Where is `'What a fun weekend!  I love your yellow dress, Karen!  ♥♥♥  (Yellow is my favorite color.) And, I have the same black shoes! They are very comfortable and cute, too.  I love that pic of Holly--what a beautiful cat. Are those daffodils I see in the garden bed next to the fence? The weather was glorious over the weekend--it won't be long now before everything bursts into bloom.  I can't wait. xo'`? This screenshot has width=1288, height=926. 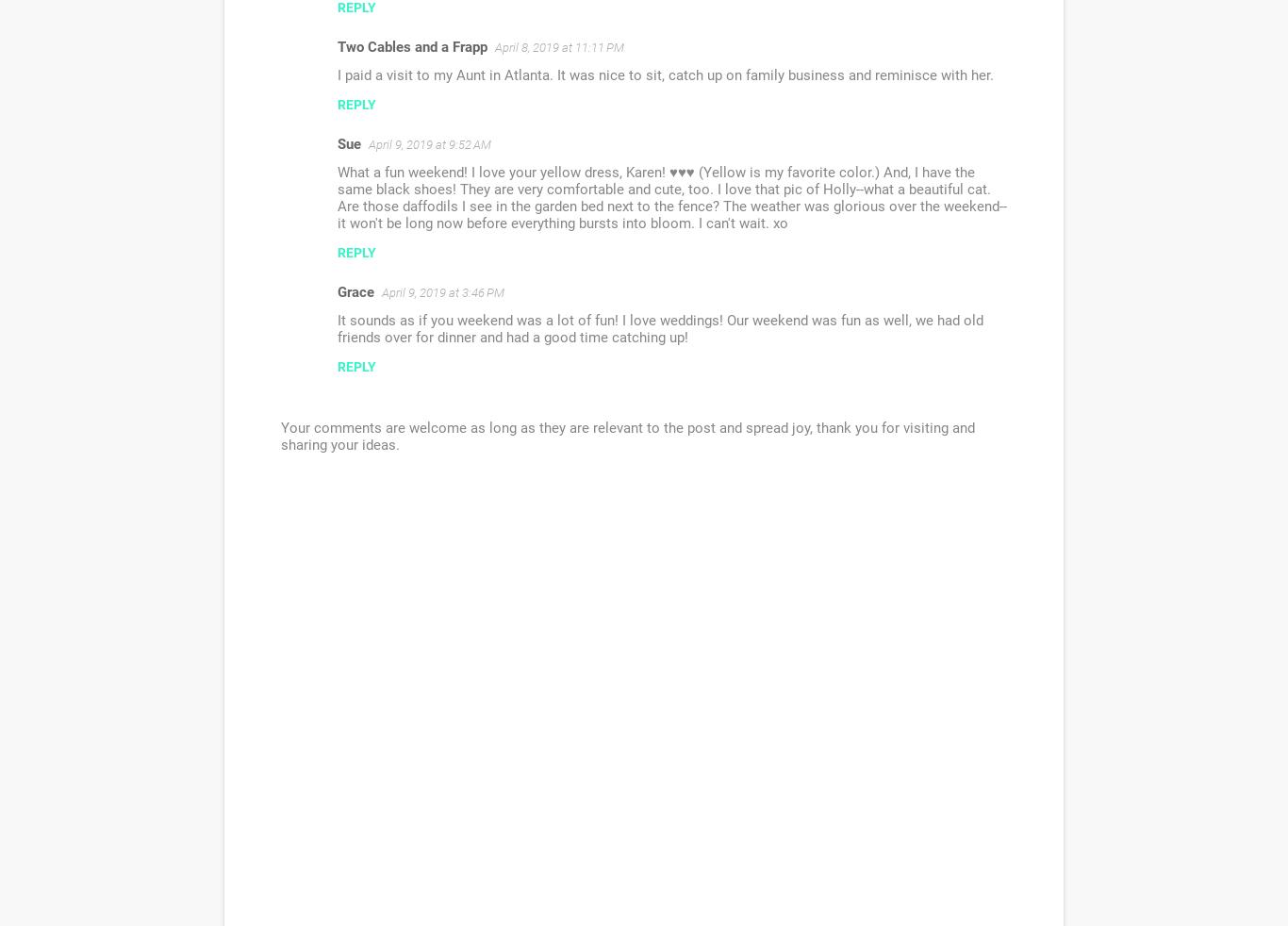
'What a fun weekend!  I love your yellow dress, Karen!  ♥♥♥  (Yellow is my favorite color.) And, I have the same black shoes! They are very comfortable and cute, too.  I love that pic of Holly--what a beautiful cat. Are those daffodils I see in the garden bed next to the fence? The weather was glorious over the weekend--it won't be long now before everything bursts into bloom.  I can't wait. xo' is located at coordinates (672, 196).